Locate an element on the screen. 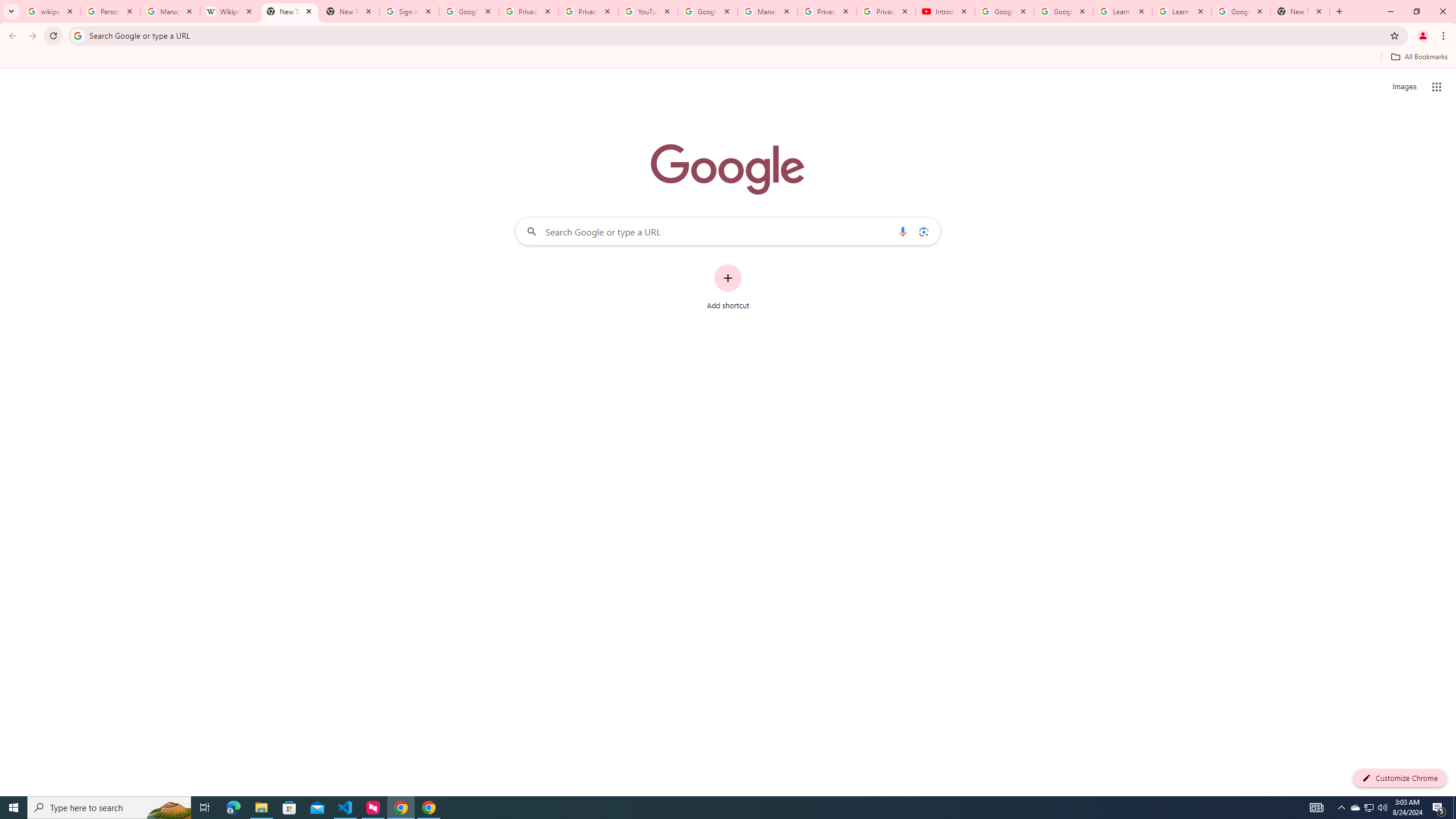 The image size is (1456, 819). 'Wikipedia:Edit requests - Wikipedia' is located at coordinates (229, 11).